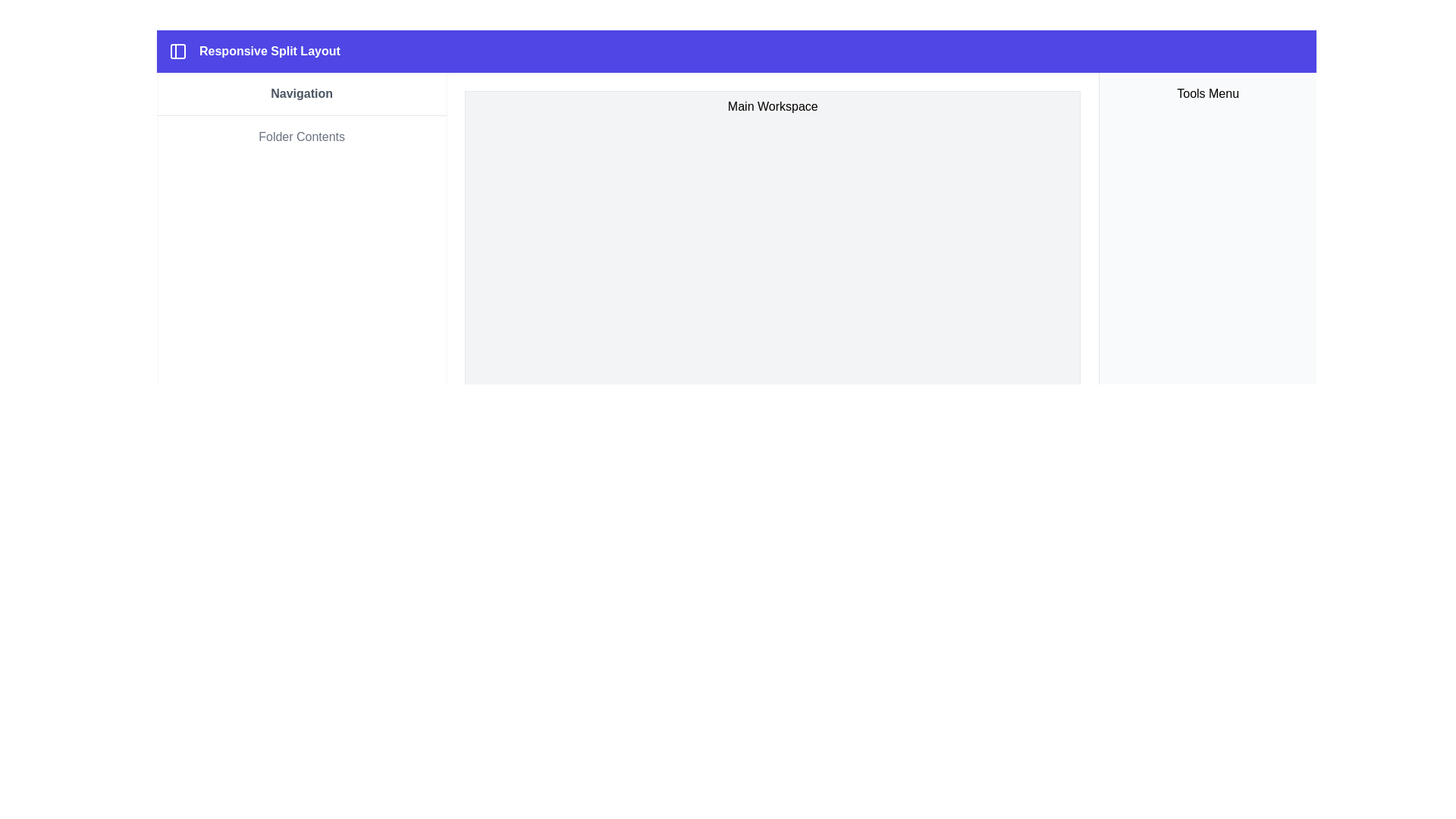 This screenshot has height=819, width=1456. Describe the element at coordinates (178, 51) in the screenshot. I see `the Icon element styled as a left-side panel layout located at the top-left corner of the blue header bar near the text 'Responsive Split Layout.'` at that location.